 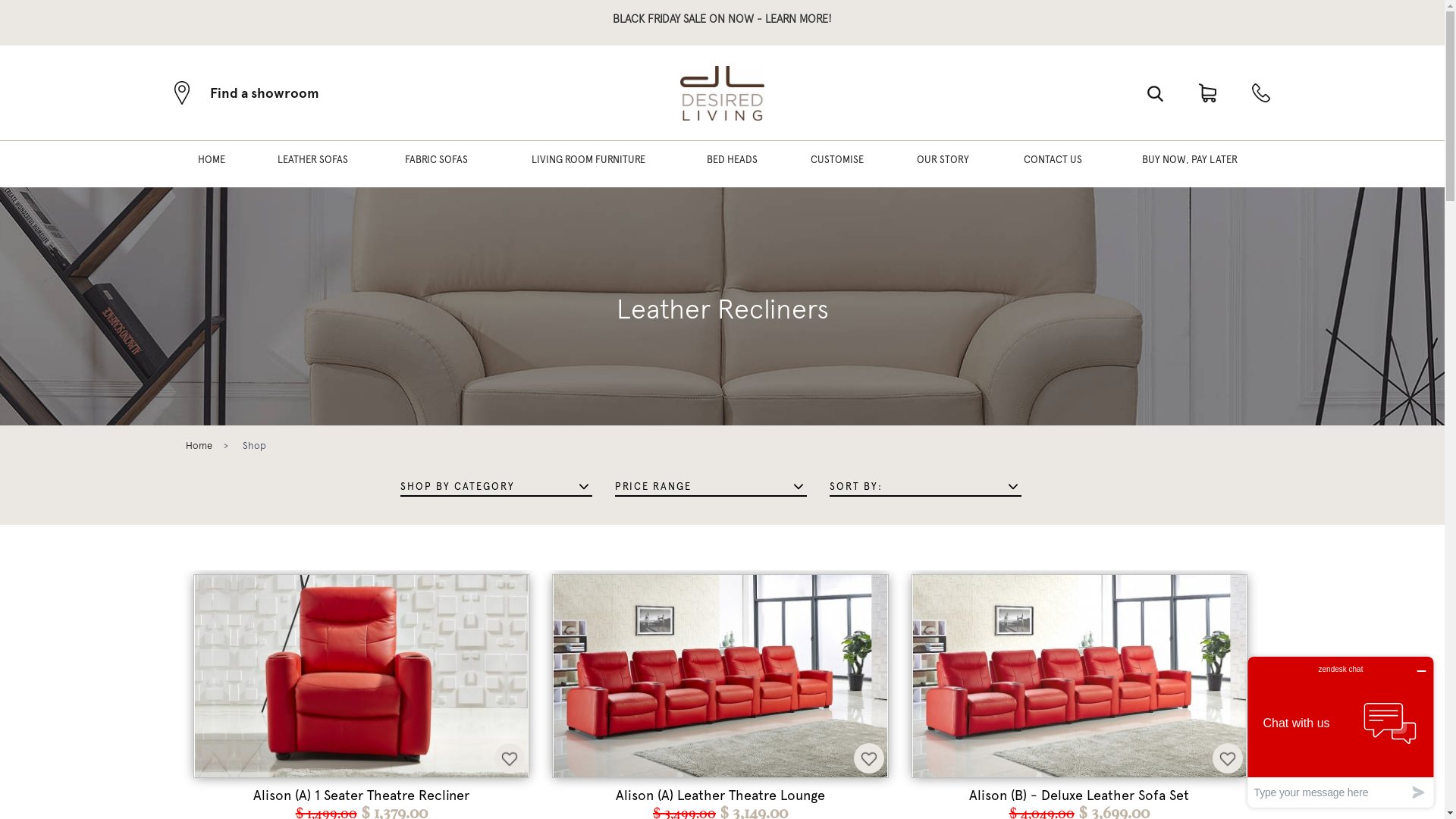 What do you see at coordinates (588, 164) in the screenshot?
I see `'LIVING ROOM FURNITURE'` at bounding box center [588, 164].